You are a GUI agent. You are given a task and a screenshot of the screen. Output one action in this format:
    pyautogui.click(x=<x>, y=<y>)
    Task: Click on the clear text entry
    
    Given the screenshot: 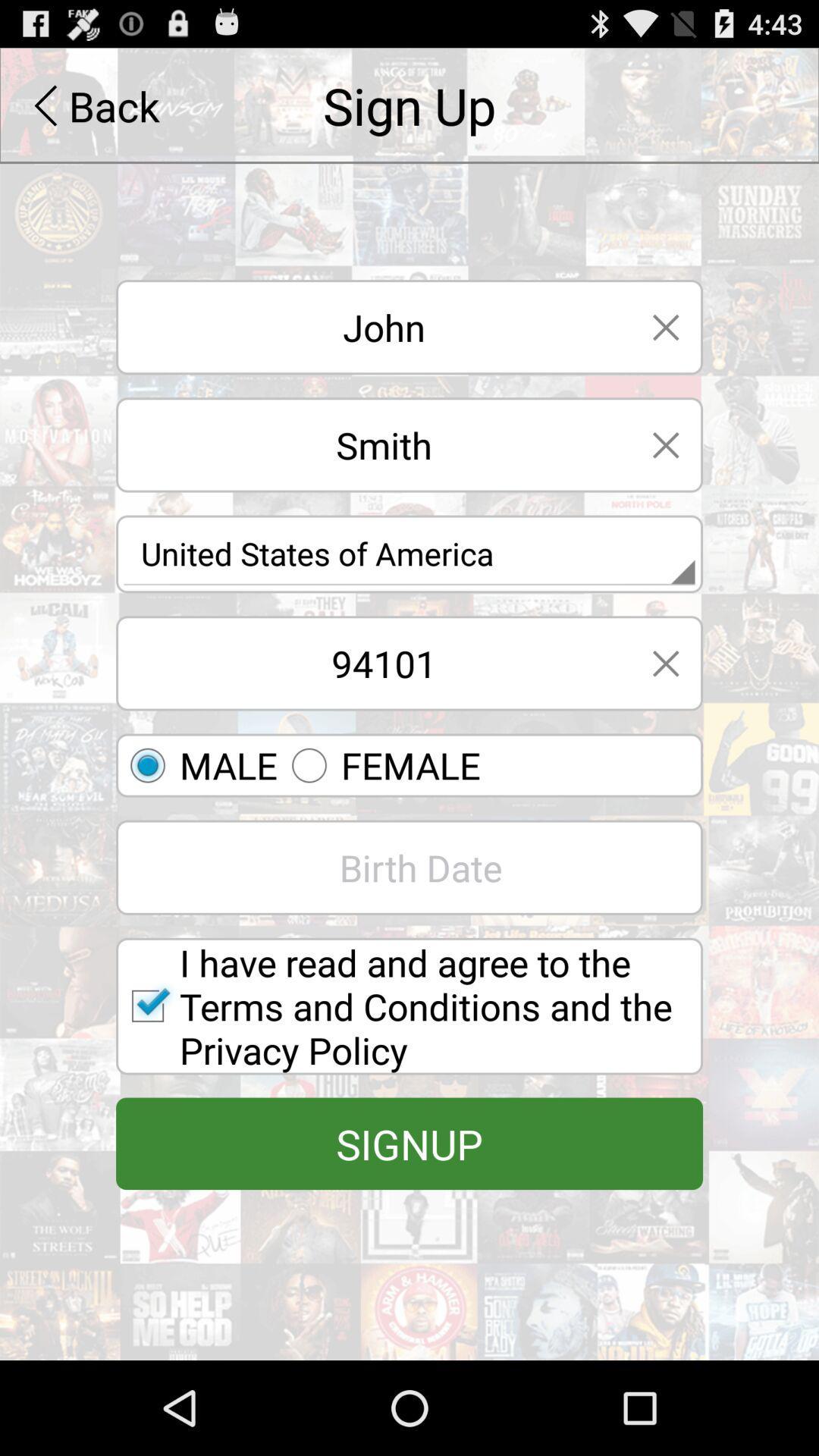 What is the action you would take?
    pyautogui.click(x=665, y=444)
    